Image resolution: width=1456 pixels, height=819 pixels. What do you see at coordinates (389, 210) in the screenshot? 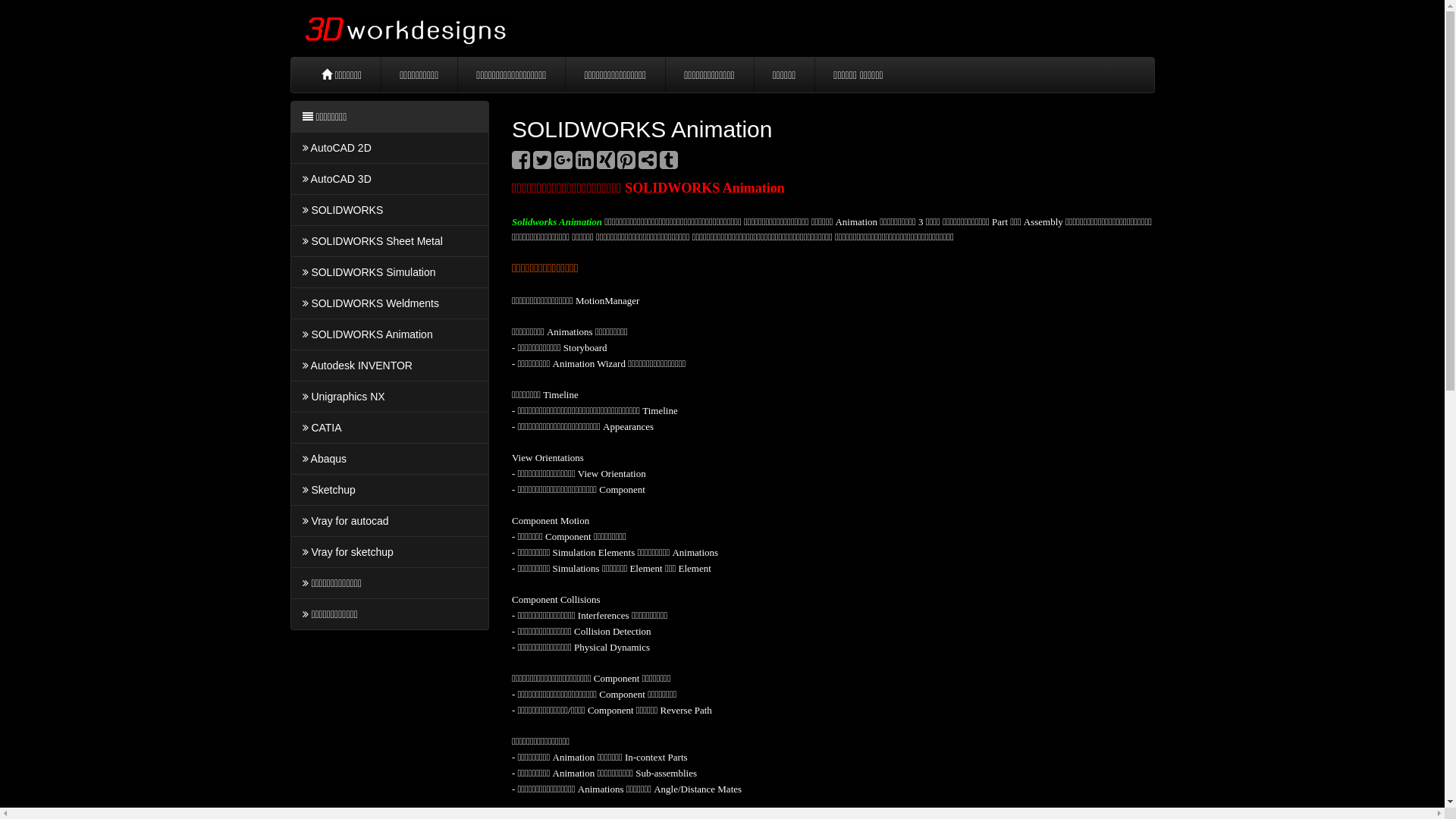
I see `'SOLIDWORKS'` at bounding box center [389, 210].